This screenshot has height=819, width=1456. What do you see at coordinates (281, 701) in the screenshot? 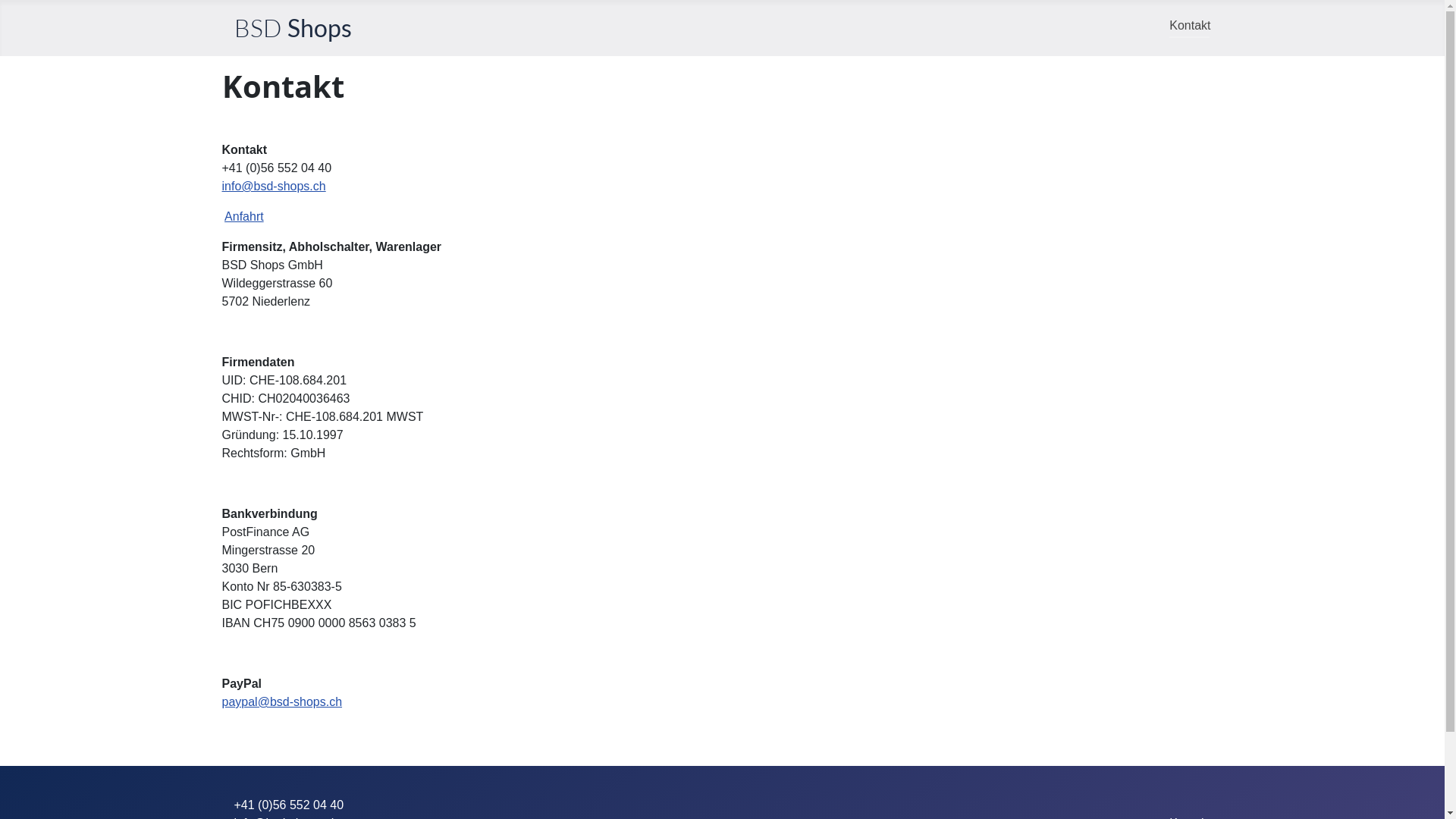
I see `'paypal@bsd-shops.ch'` at bounding box center [281, 701].